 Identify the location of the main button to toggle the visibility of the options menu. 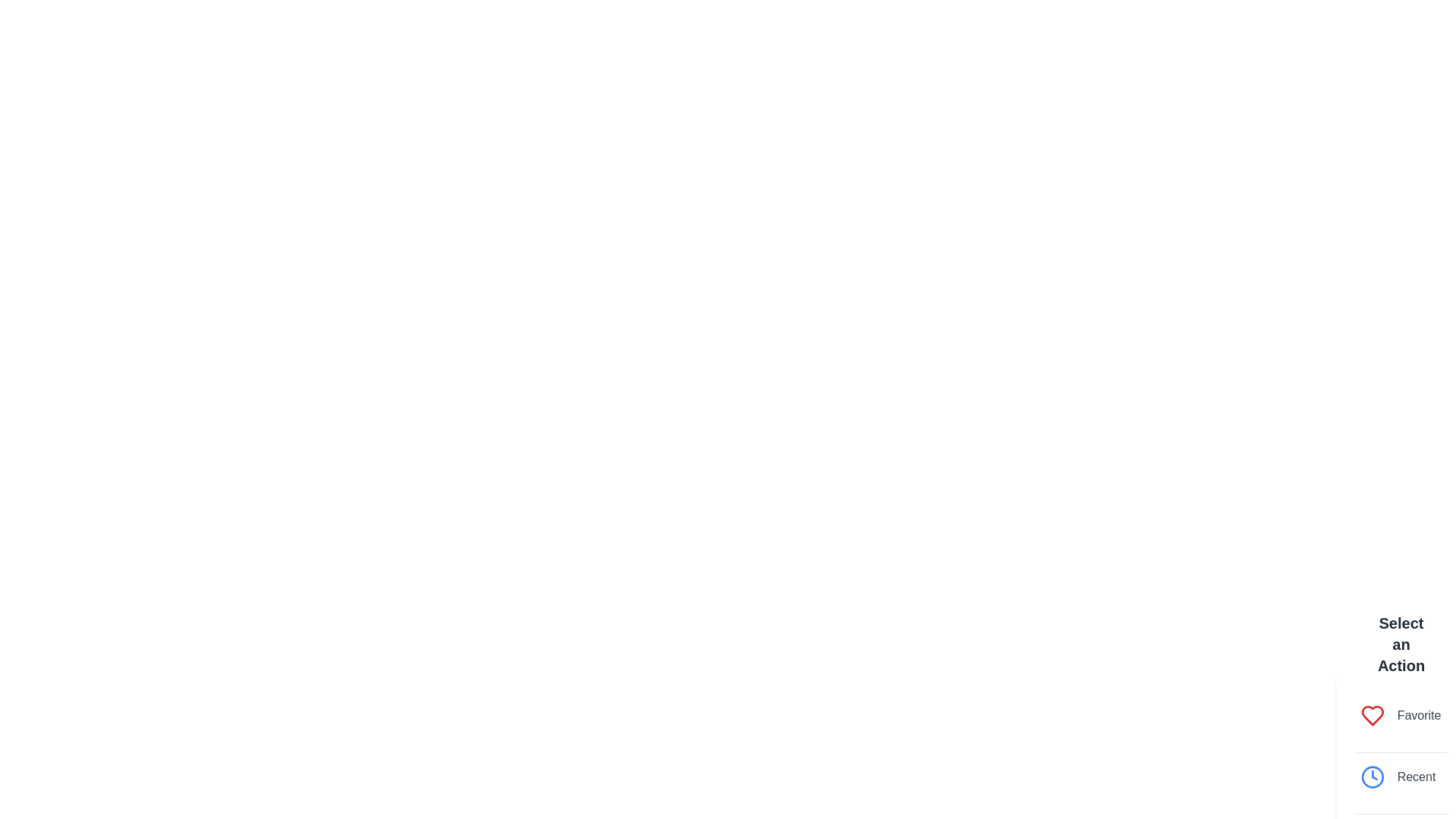
(1401, 764).